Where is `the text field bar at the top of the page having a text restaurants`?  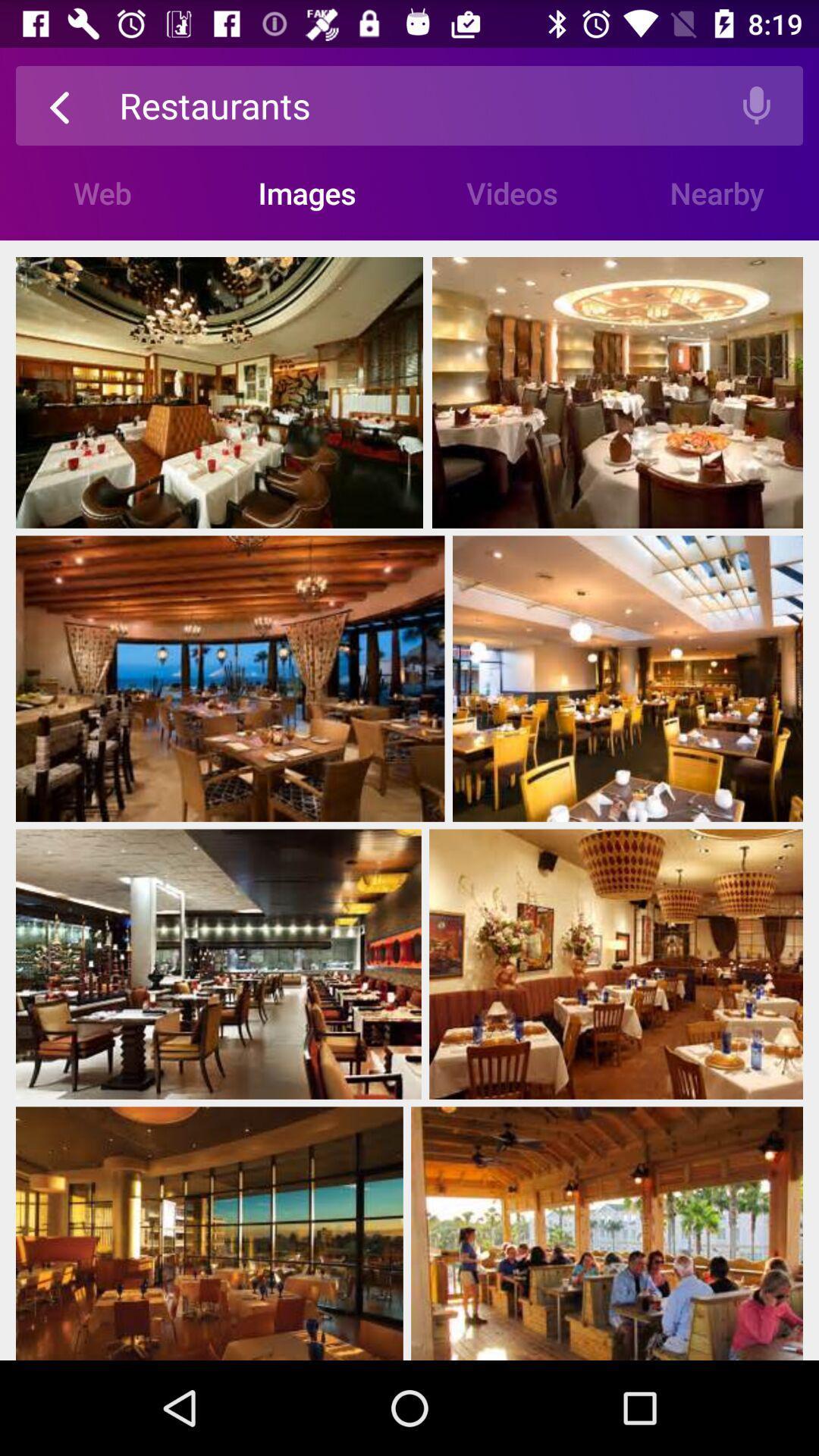
the text field bar at the top of the page having a text restaurants is located at coordinates (415, 105).